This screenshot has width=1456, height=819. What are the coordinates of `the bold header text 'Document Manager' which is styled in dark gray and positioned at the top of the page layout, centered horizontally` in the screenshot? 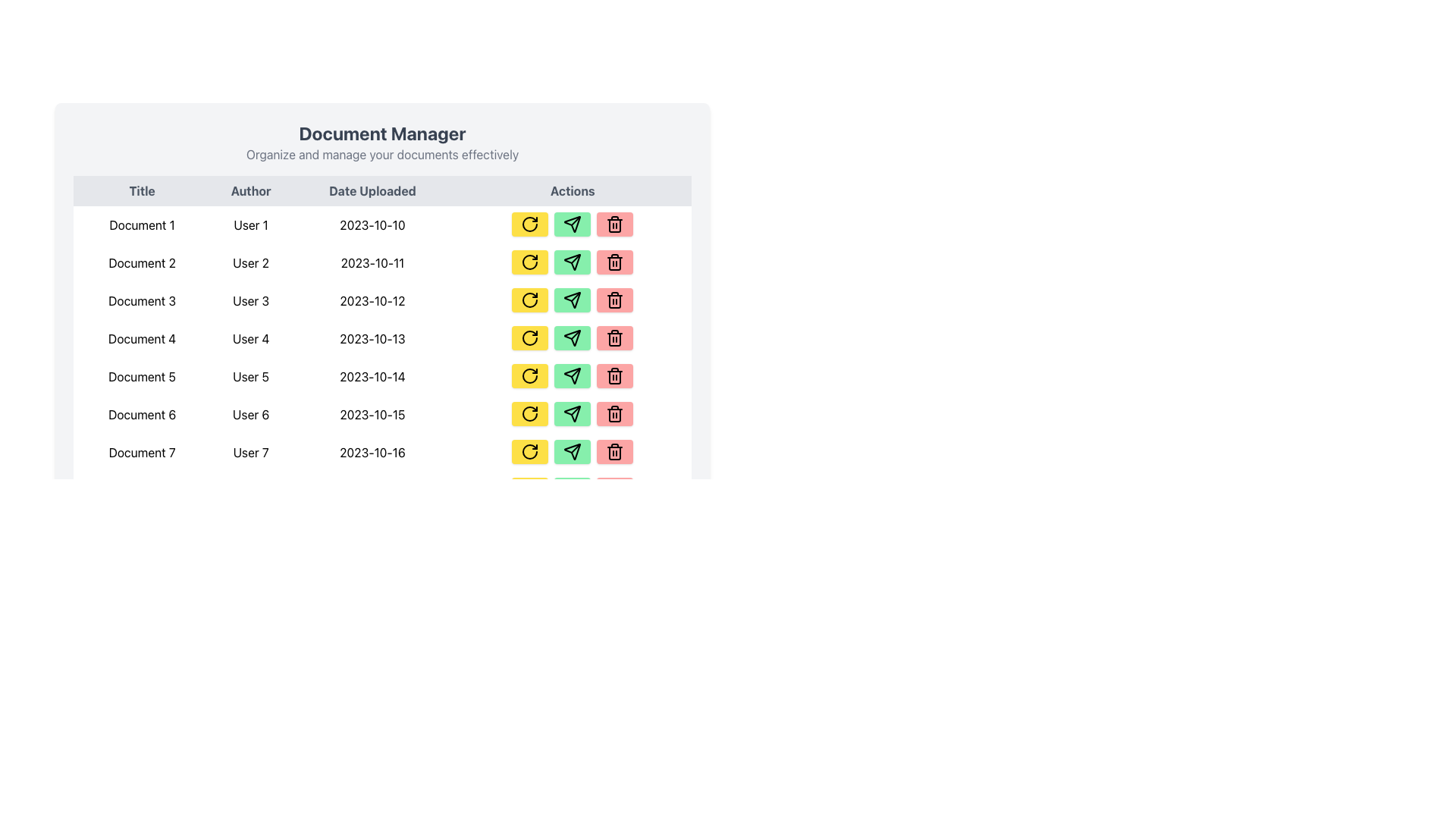 It's located at (382, 133).